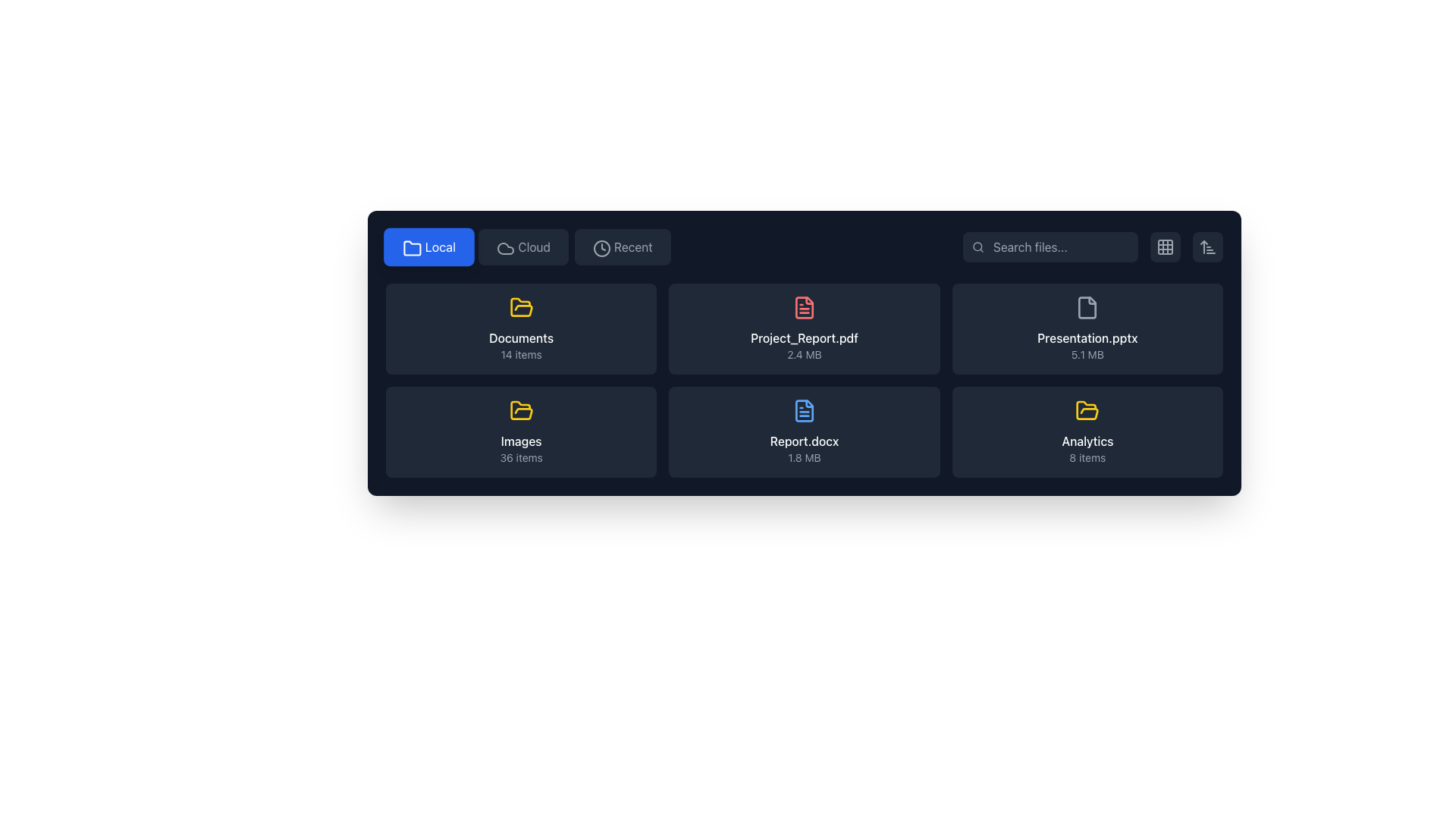 This screenshot has height=819, width=1456. What do you see at coordinates (623, 246) in the screenshot?
I see `keyboard navigation` at bounding box center [623, 246].